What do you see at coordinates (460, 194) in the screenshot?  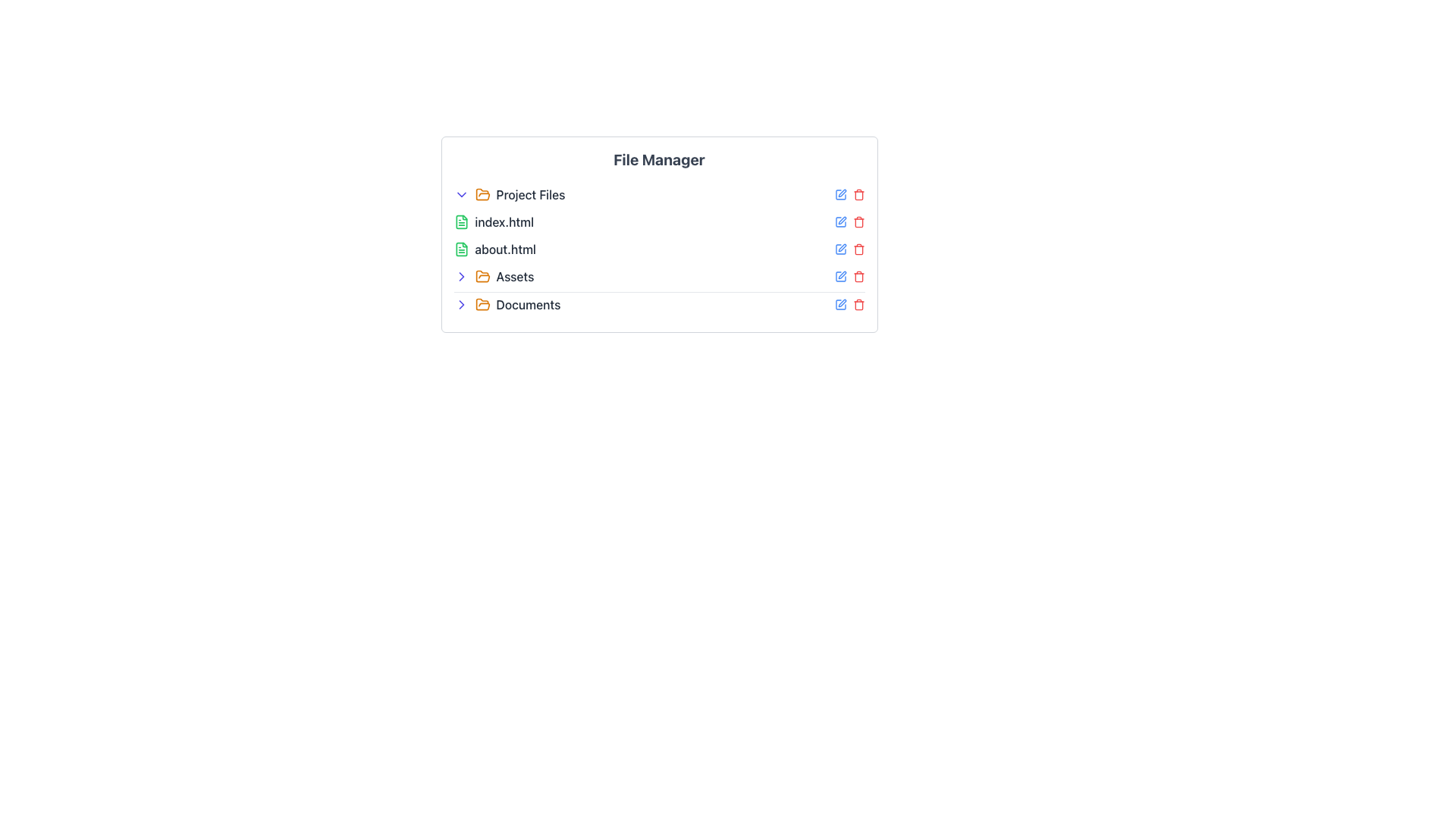 I see `the Chevron toggle icon` at bounding box center [460, 194].